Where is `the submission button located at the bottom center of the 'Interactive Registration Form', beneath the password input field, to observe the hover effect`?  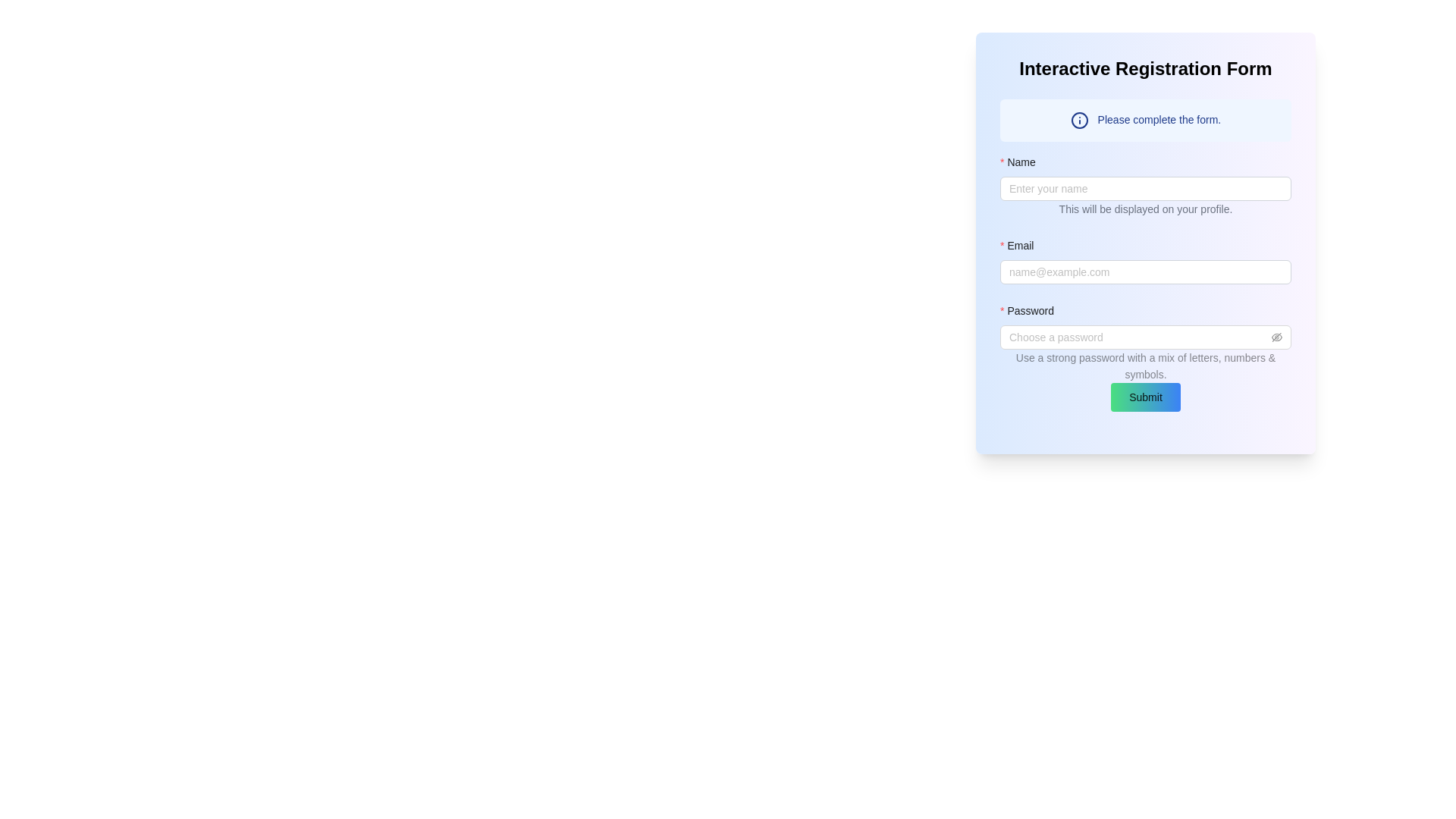
the submission button located at the bottom center of the 'Interactive Registration Form', beneath the password input field, to observe the hover effect is located at coordinates (1146, 397).